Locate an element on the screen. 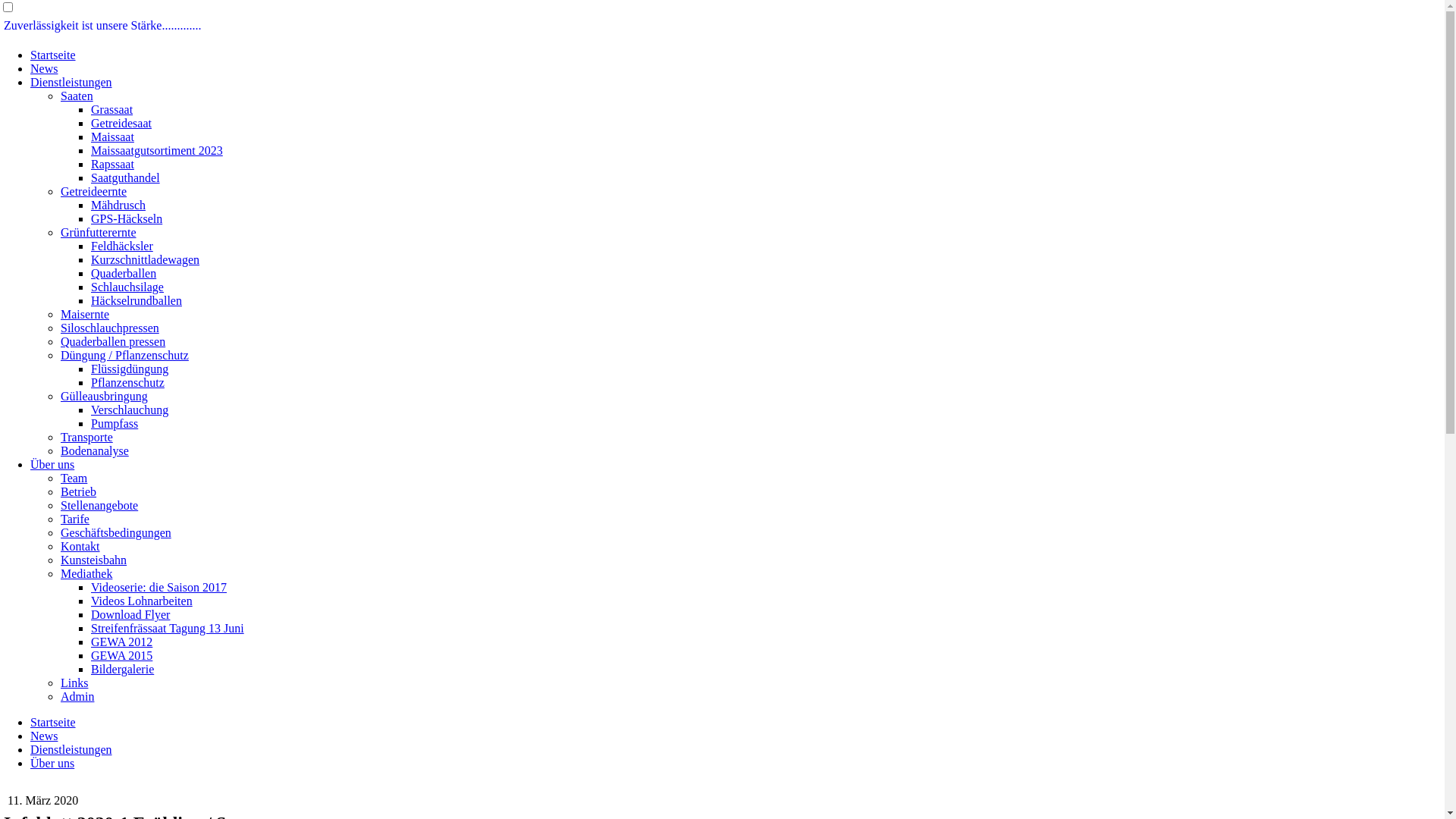 The height and width of the screenshot is (819, 1456). 'Kontakt' is located at coordinates (79, 546).